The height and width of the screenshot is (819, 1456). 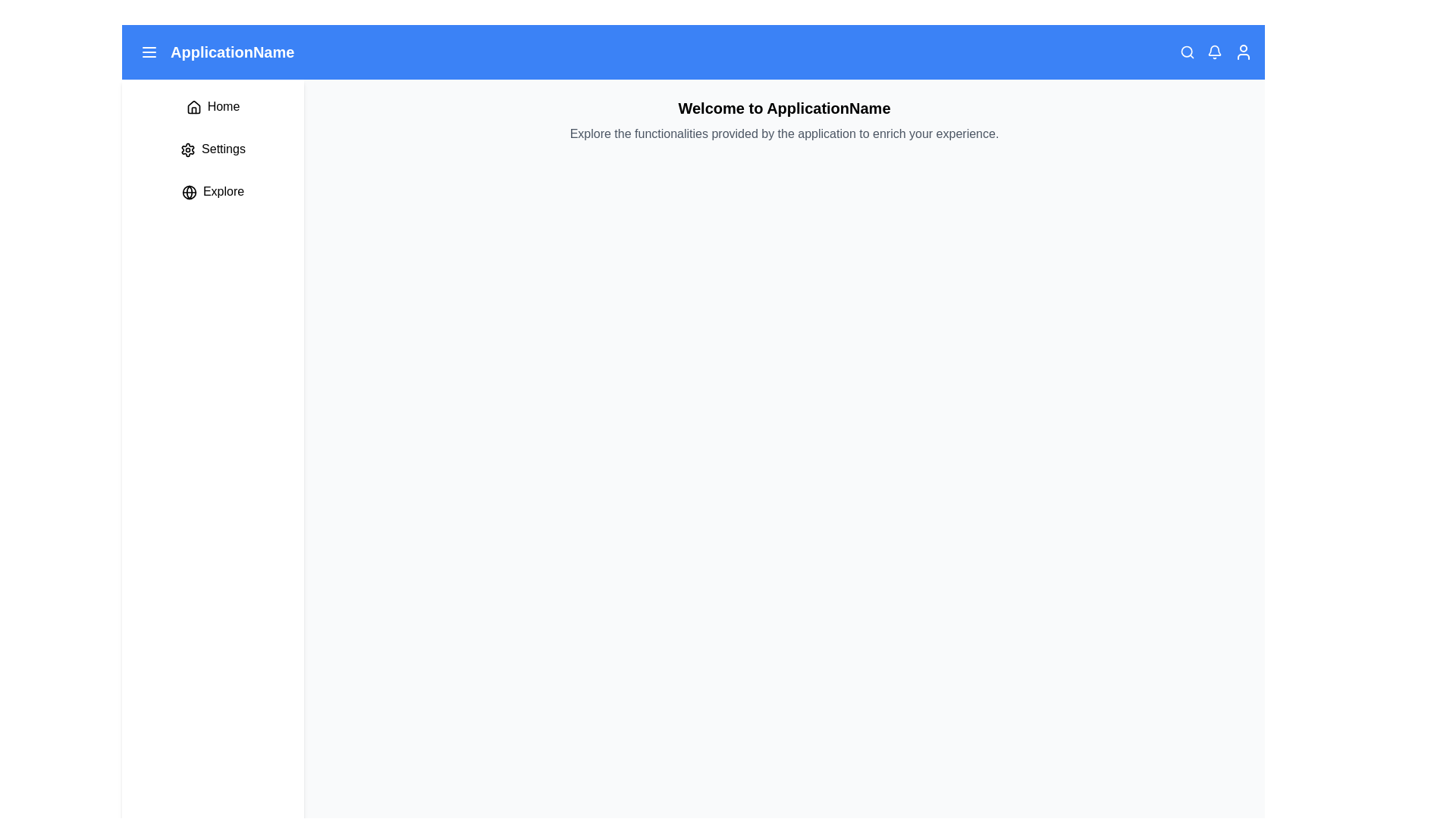 What do you see at coordinates (193, 106) in the screenshot?
I see `the house icon representing the Home option in the vertical navigation bar` at bounding box center [193, 106].